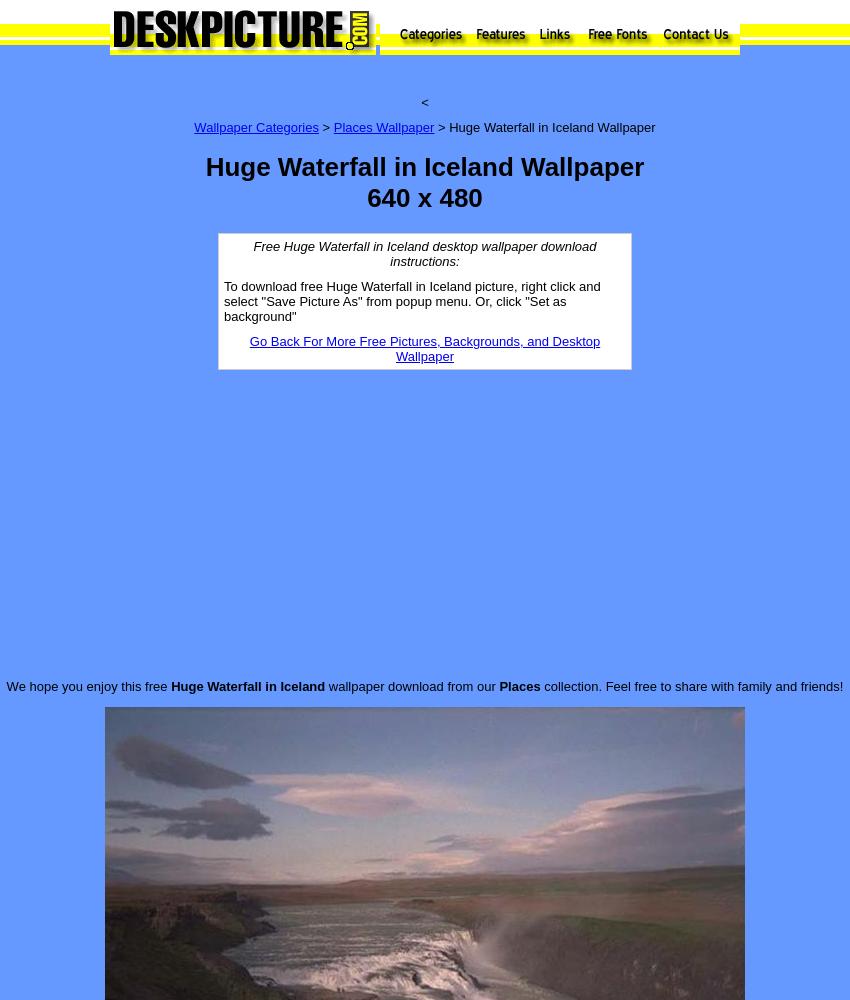 This screenshot has width=850, height=1000. What do you see at coordinates (248, 685) in the screenshot?
I see `'Huge Waterfall in Iceland'` at bounding box center [248, 685].